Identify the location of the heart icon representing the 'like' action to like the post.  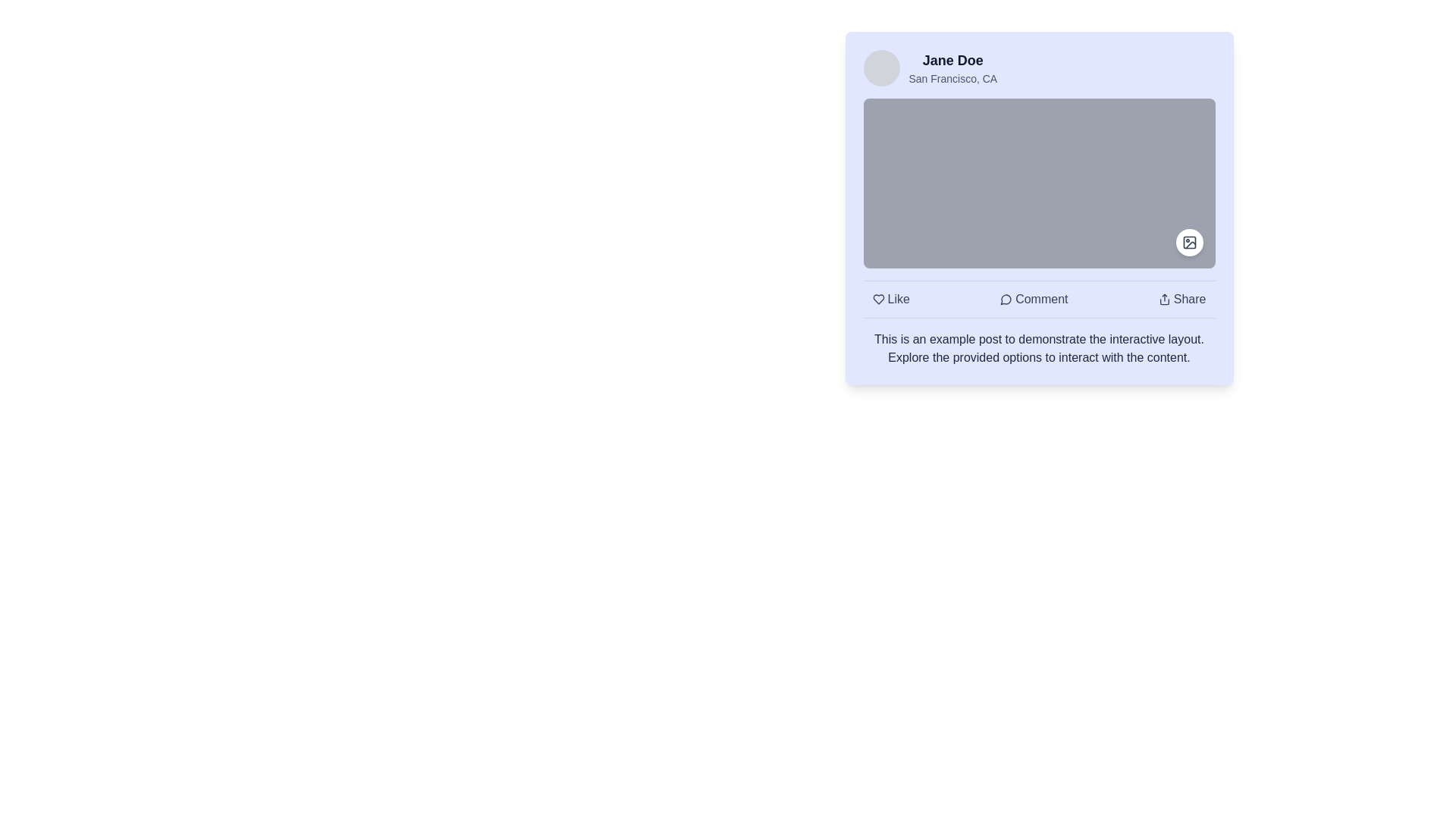
(878, 299).